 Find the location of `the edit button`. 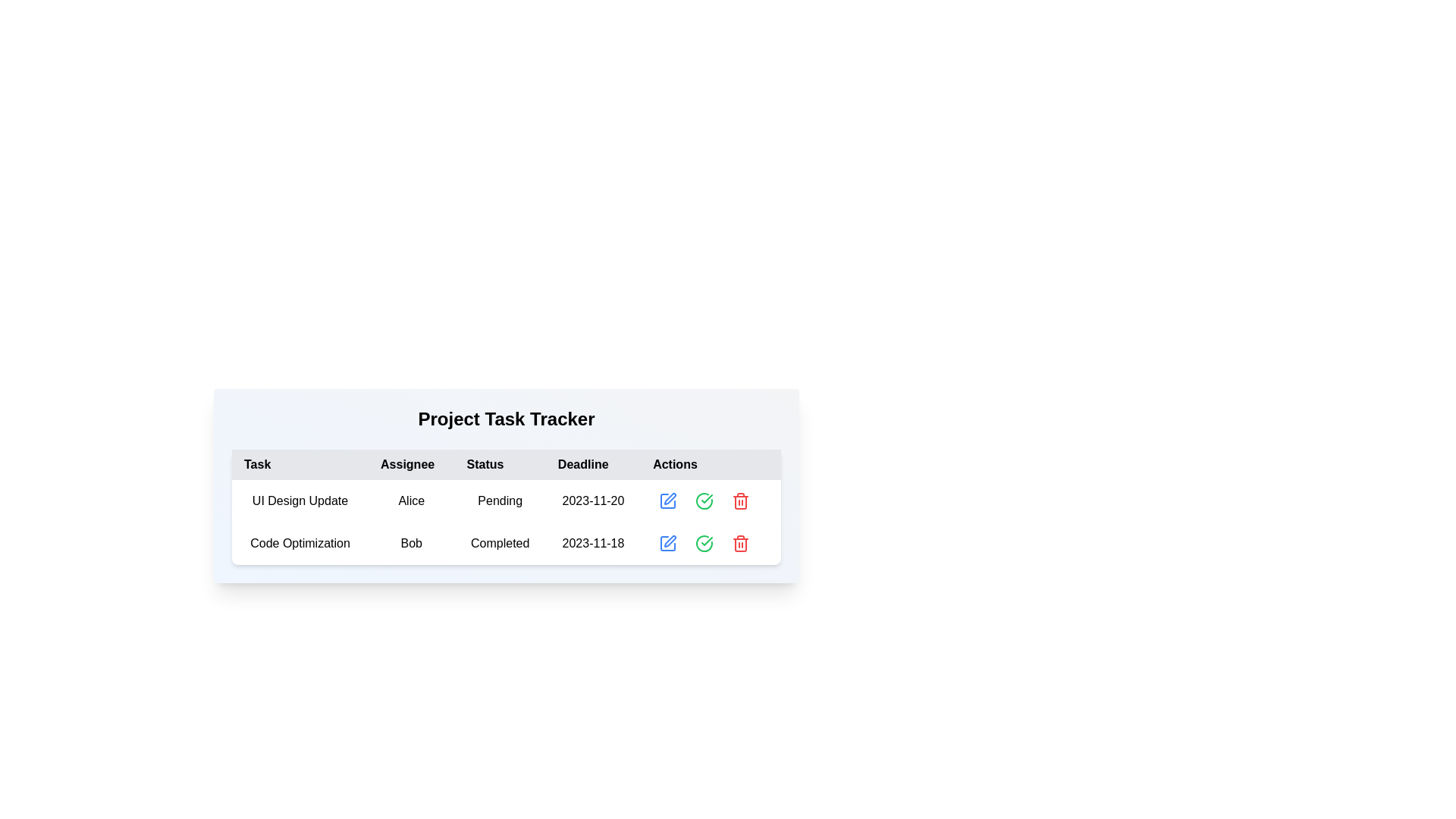

the edit button is located at coordinates (667, 500).